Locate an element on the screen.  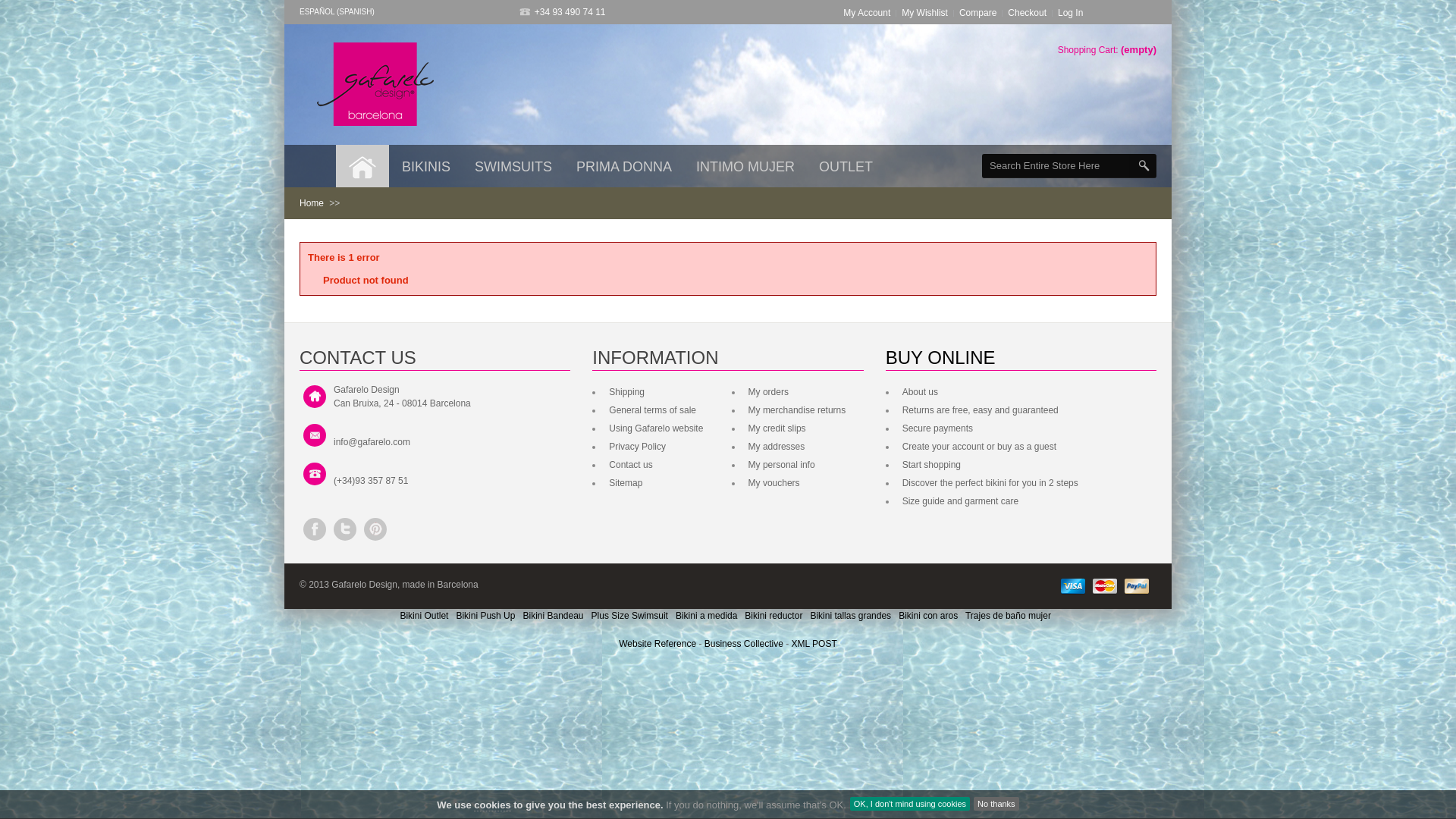
'Bikini a medida' is located at coordinates (705, 616).